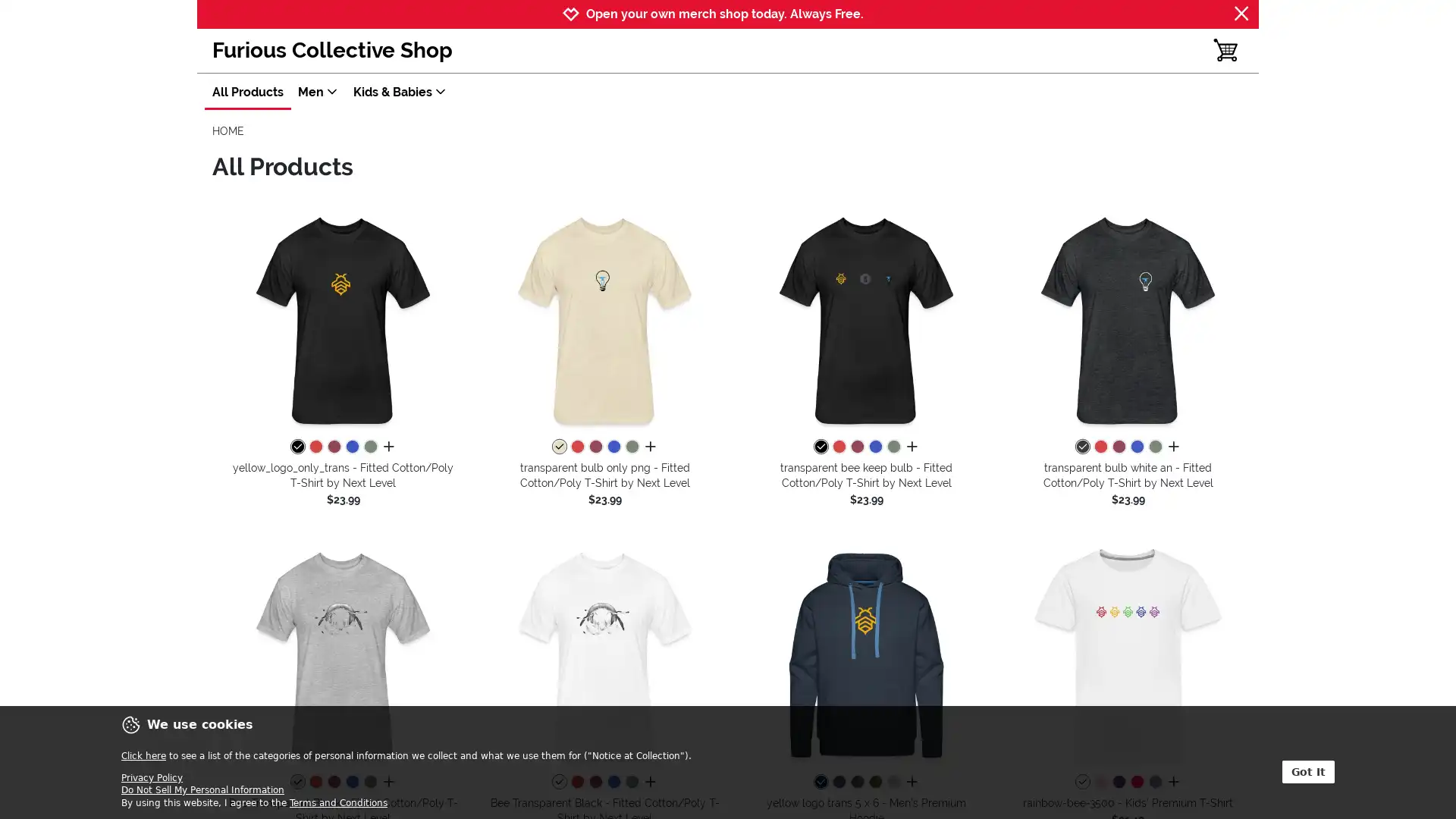 The image size is (1456, 819). I want to click on heather red, so click(576, 783).